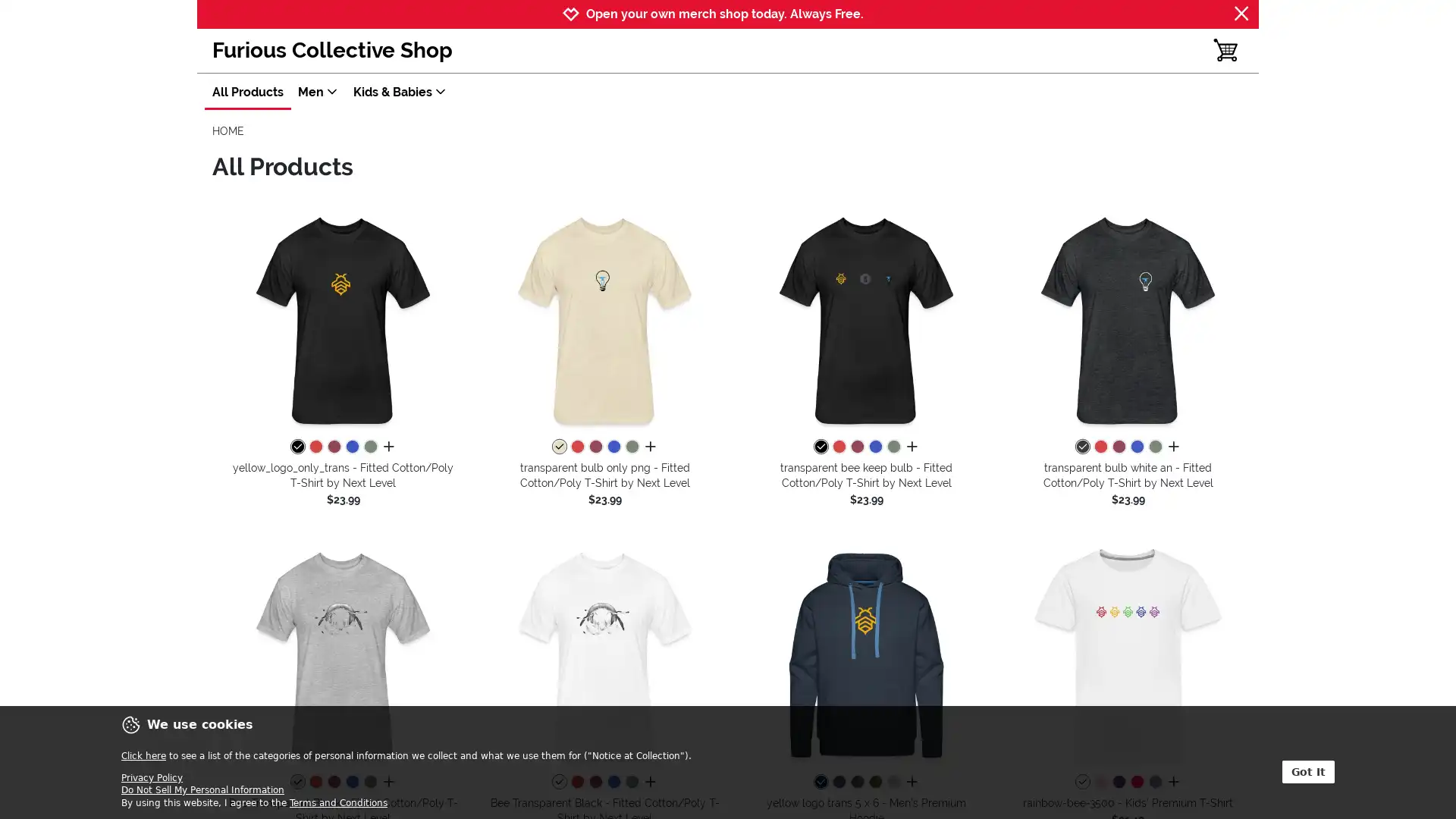 The image size is (1456, 819). I want to click on heather red, so click(576, 783).